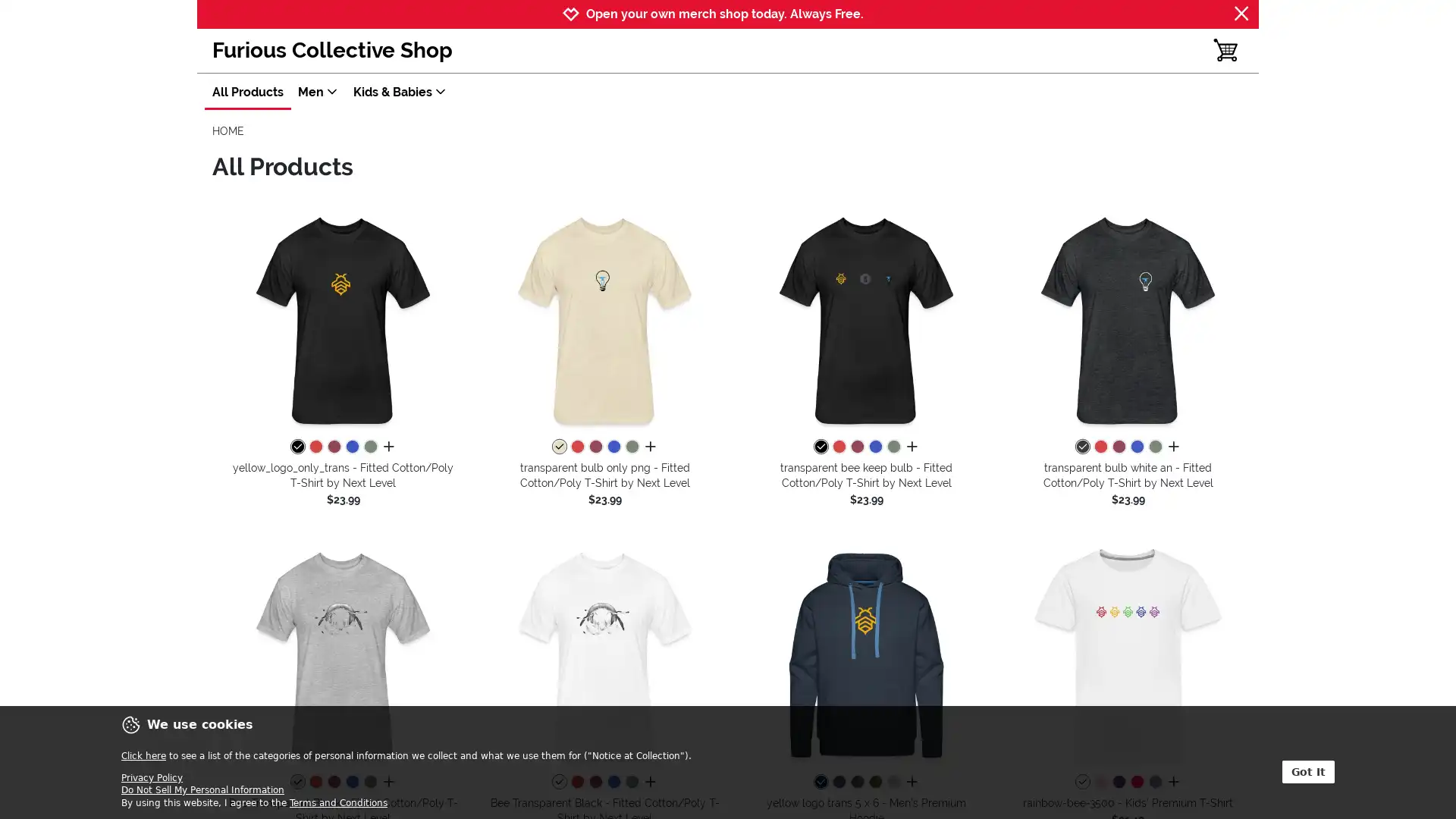 The image size is (1456, 819). I want to click on heather red, so click(576, 783).